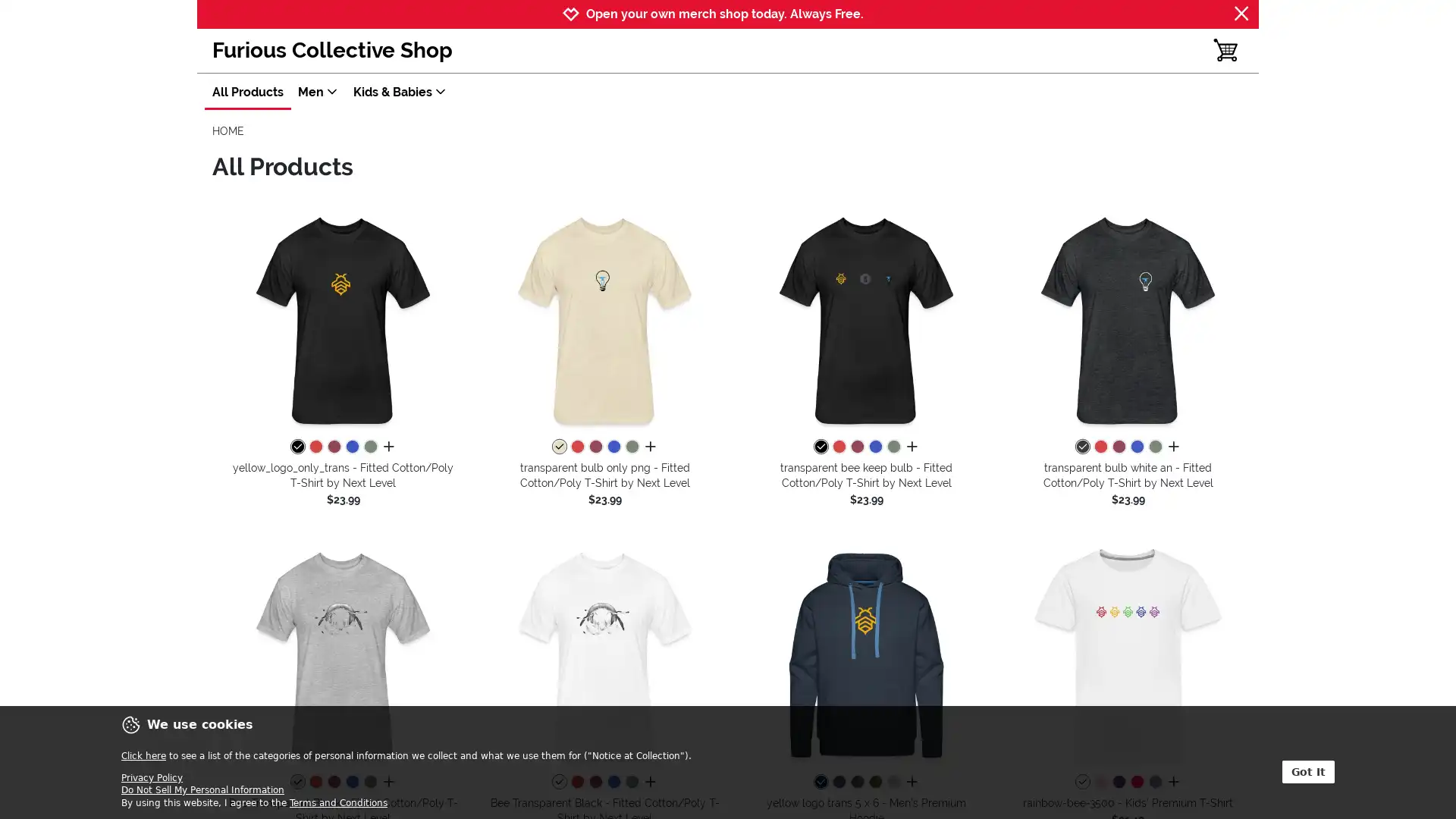 The image size is (1456, 819). I want to click on heather red, so click(576, 783).